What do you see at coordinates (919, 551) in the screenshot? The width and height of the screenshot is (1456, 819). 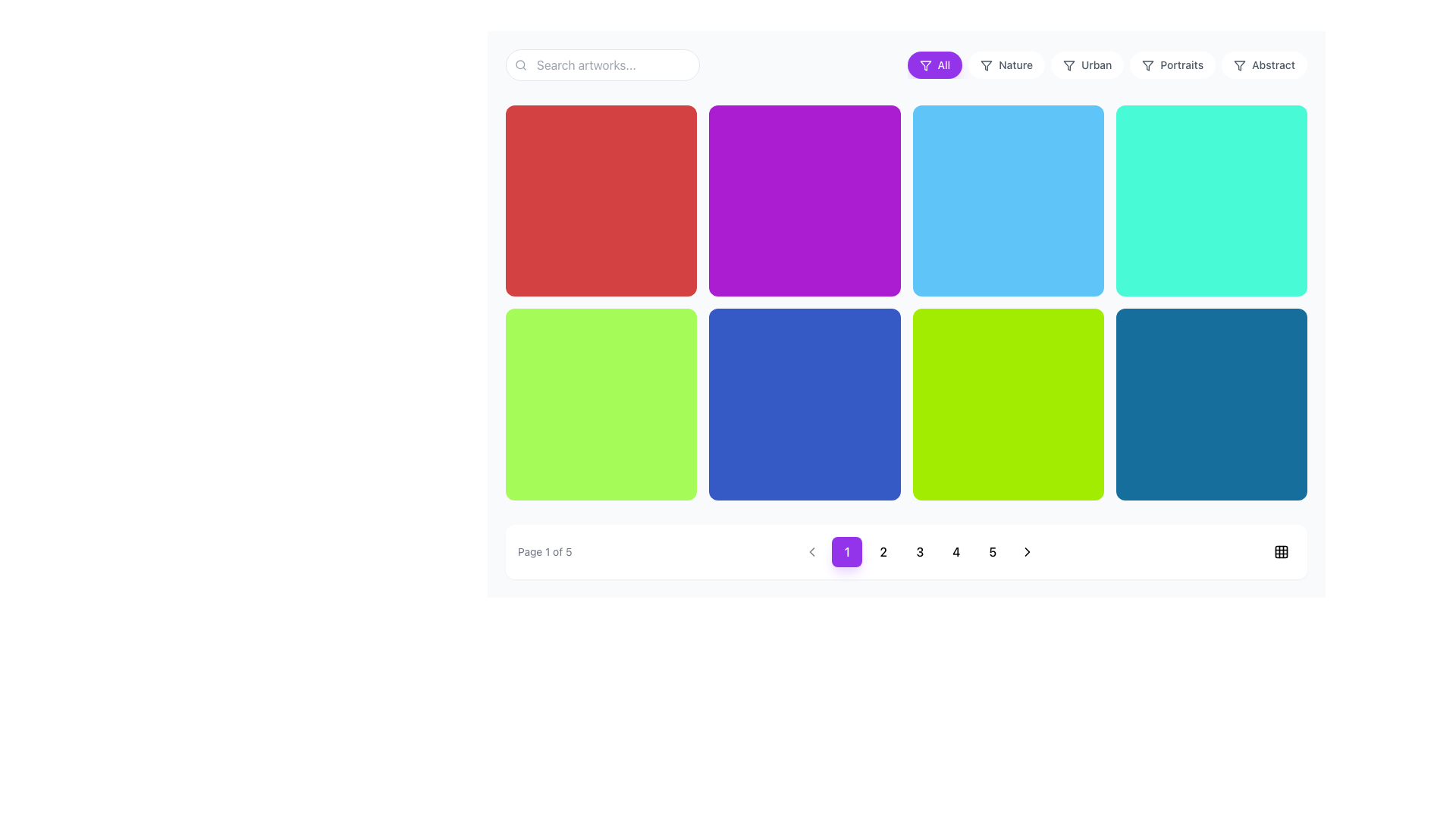 I see `the rounded square button displaying the number '3' in the bottom pagination bar to visually indicate its state` at bounding box center [919, 551].